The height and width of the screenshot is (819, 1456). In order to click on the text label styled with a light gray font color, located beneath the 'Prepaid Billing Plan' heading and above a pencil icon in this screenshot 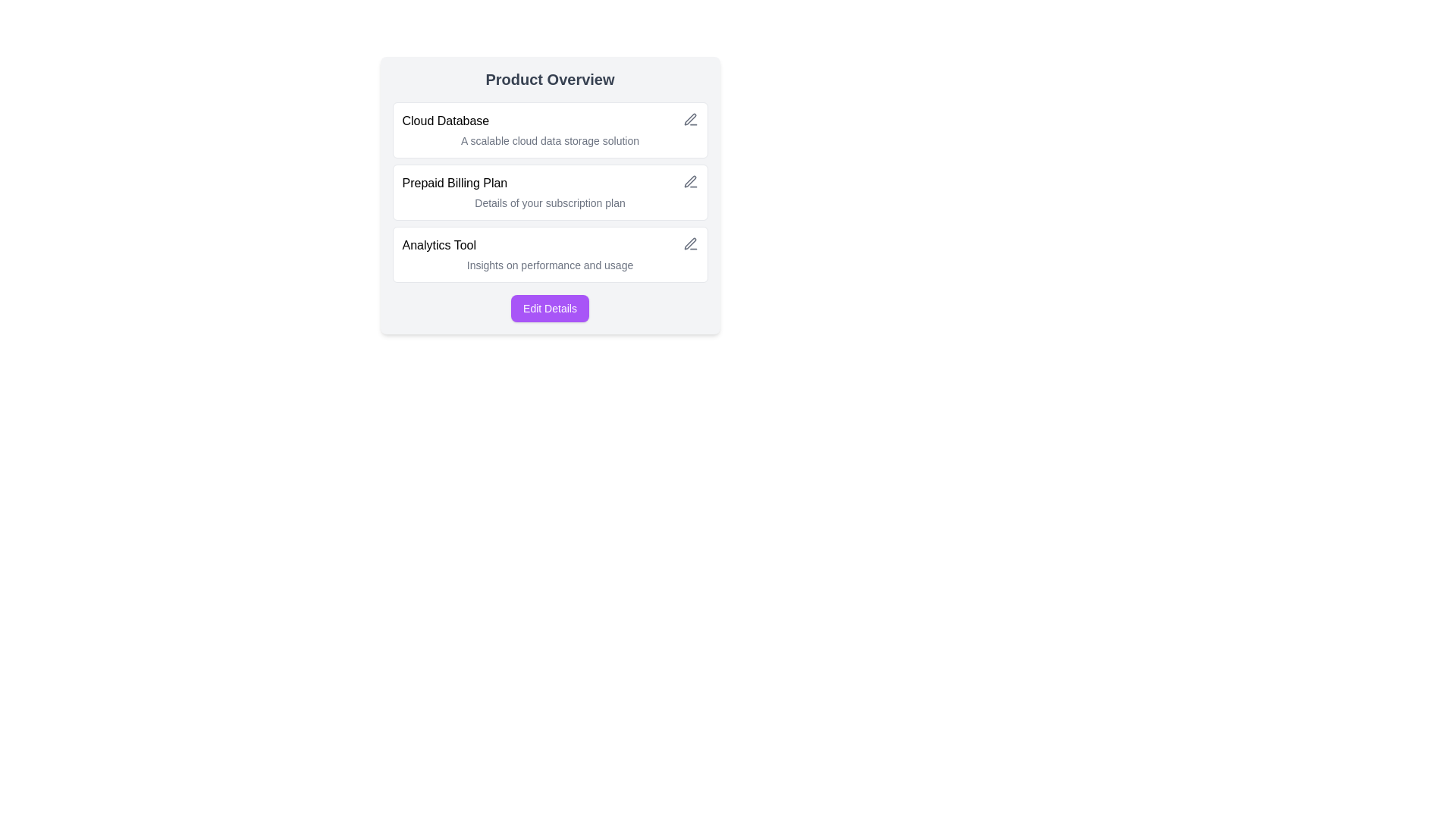, I will do `click(549, 202)`.